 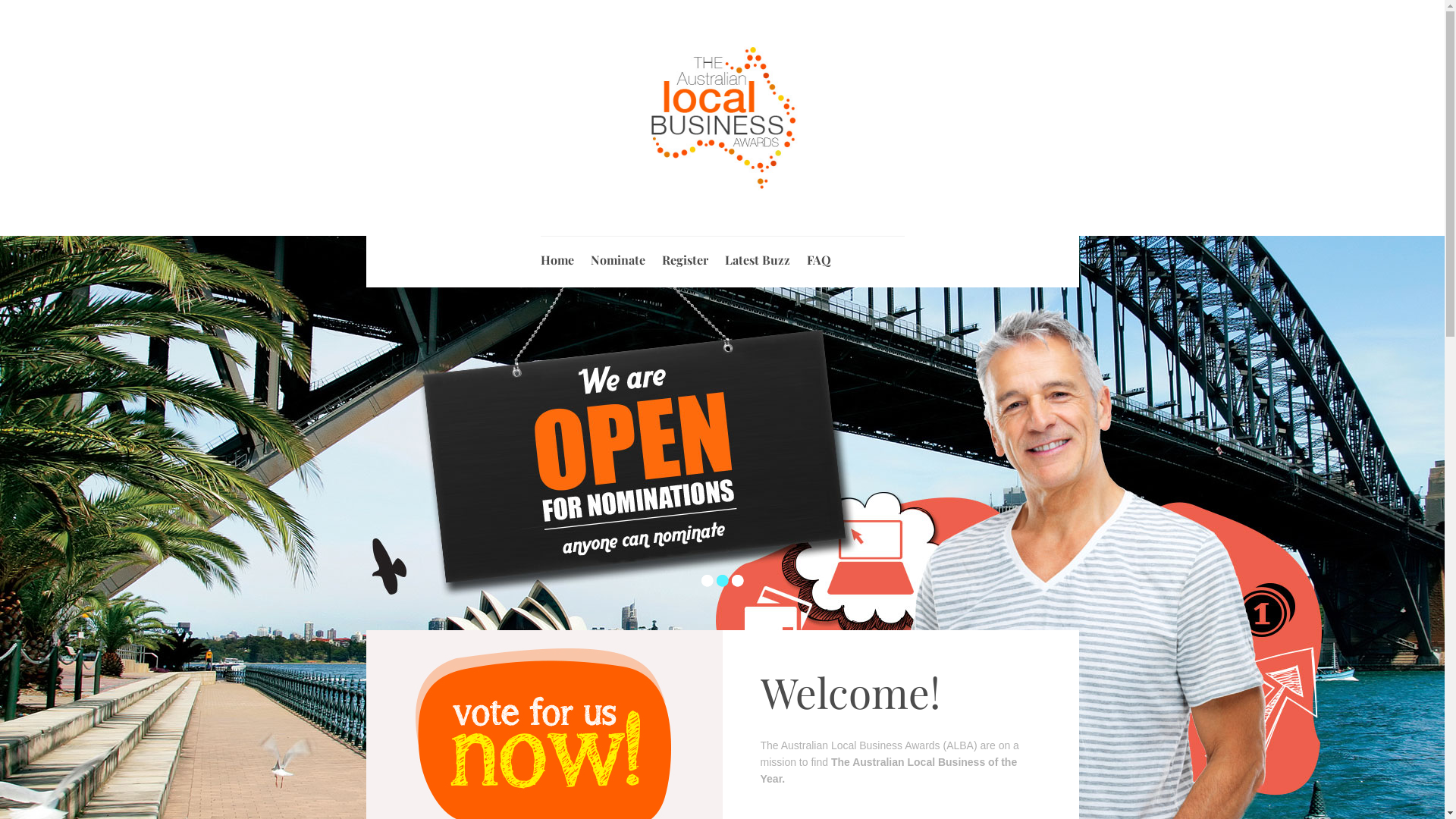 I want to click on 'Home', so click(x=556, y=254).